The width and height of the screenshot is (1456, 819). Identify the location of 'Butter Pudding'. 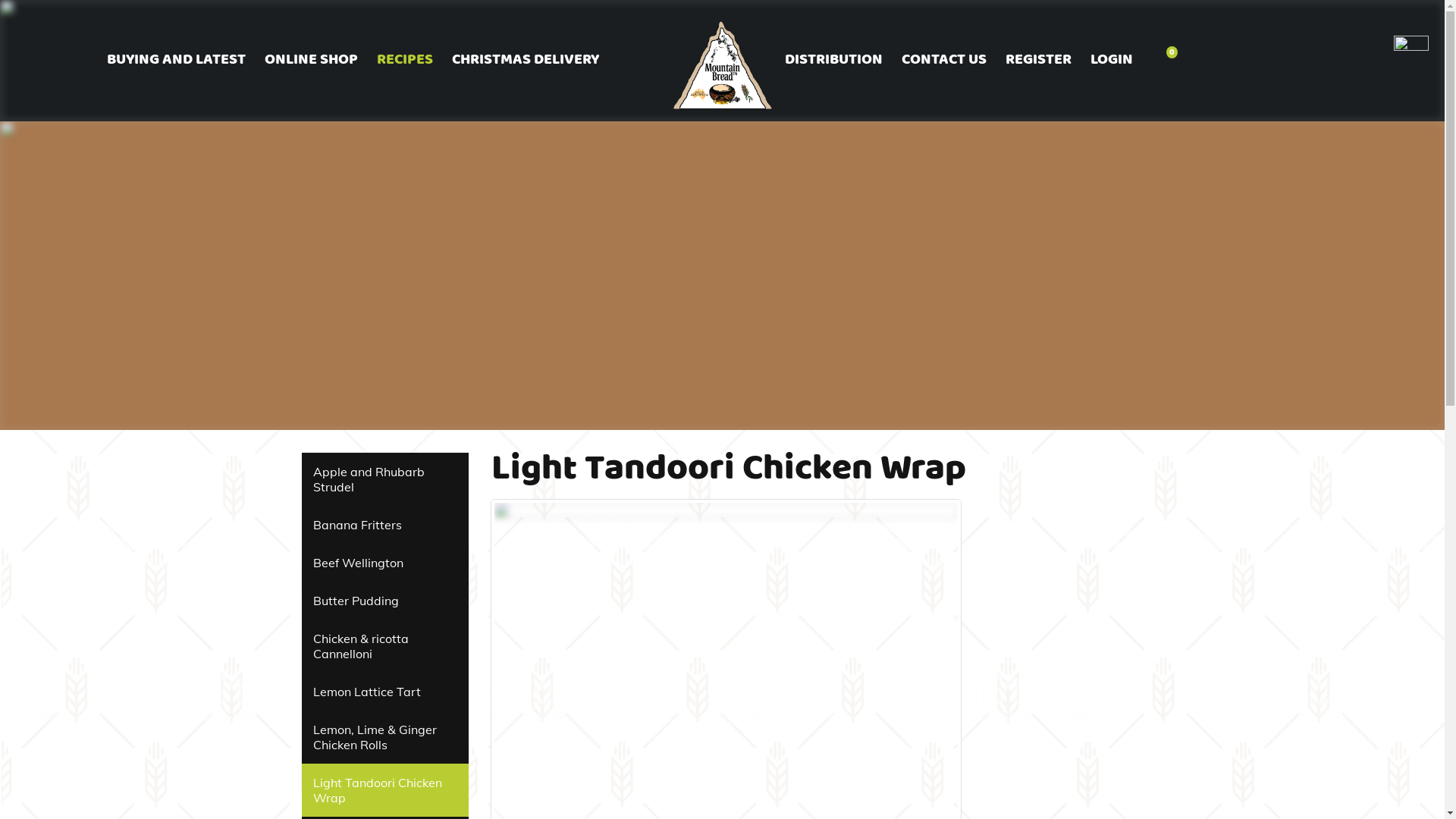
(385, 599).